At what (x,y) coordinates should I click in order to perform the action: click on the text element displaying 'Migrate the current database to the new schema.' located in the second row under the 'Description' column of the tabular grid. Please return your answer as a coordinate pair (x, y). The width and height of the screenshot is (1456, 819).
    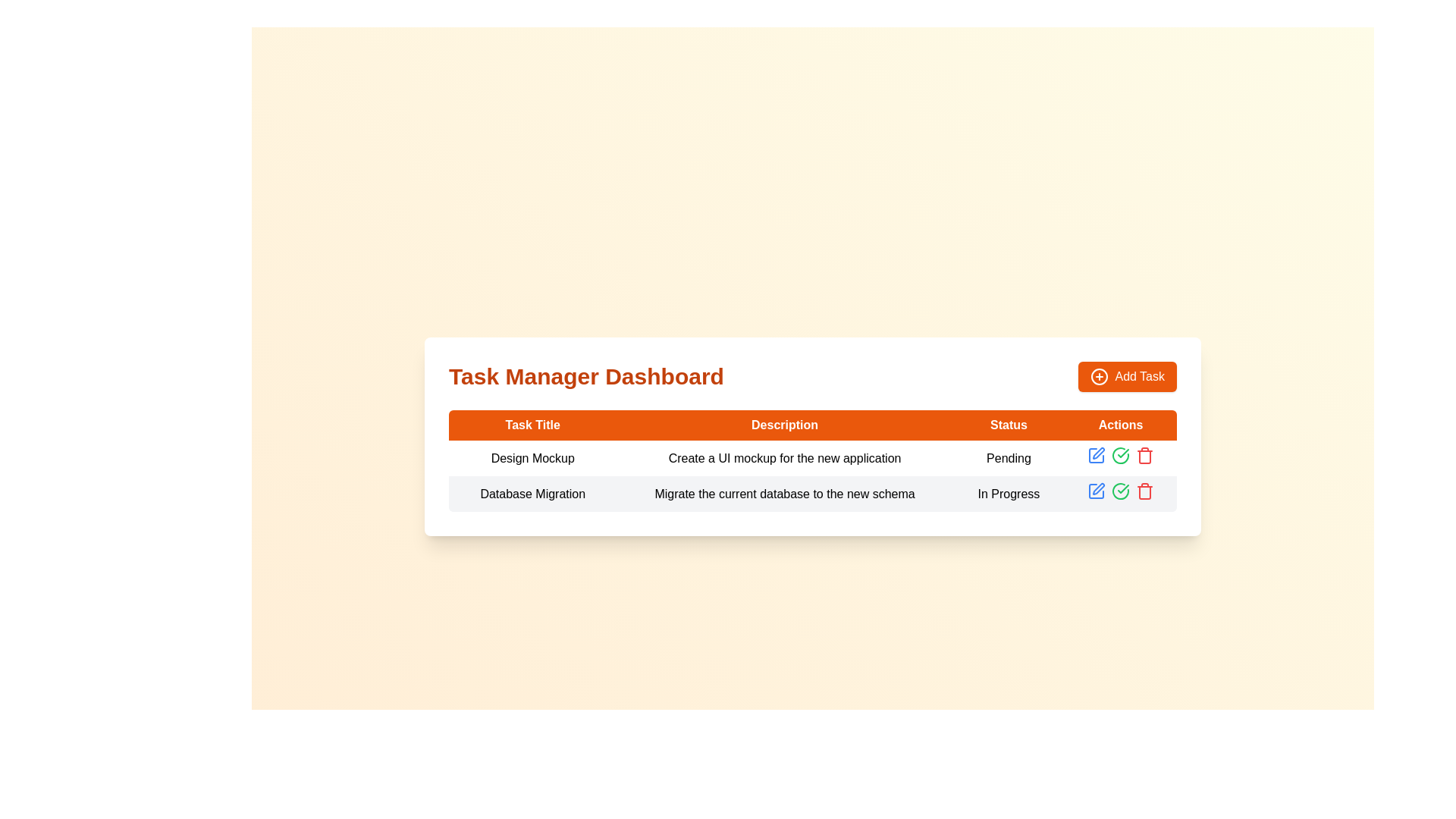
    Looking at the image, I should click on (785, 494).